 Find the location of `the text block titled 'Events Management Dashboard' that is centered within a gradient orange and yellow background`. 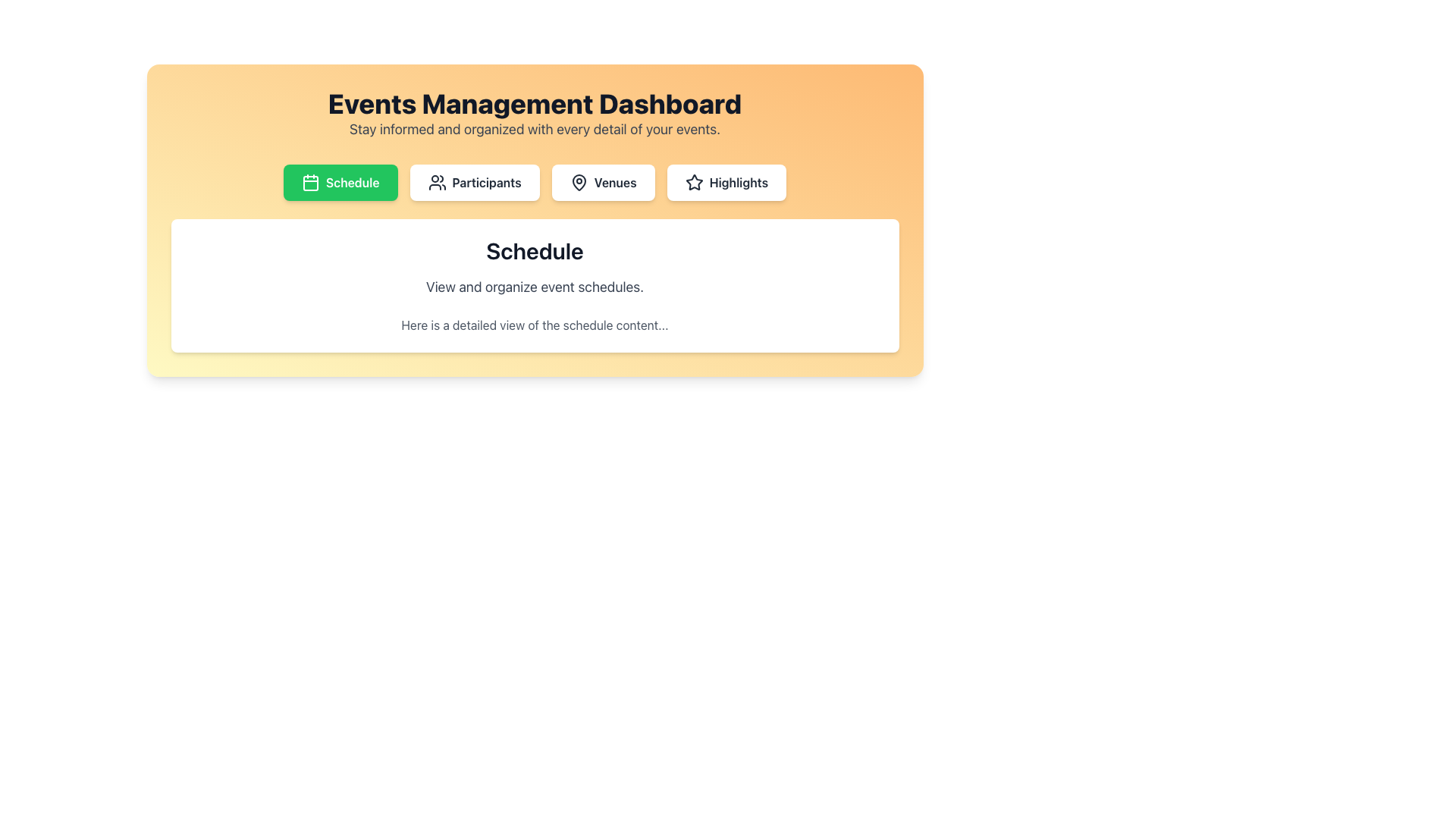

the text block titled 'Events Management Dashboard' that is centered within a gradient orange and yellow background is located at coordinates (535, 113).